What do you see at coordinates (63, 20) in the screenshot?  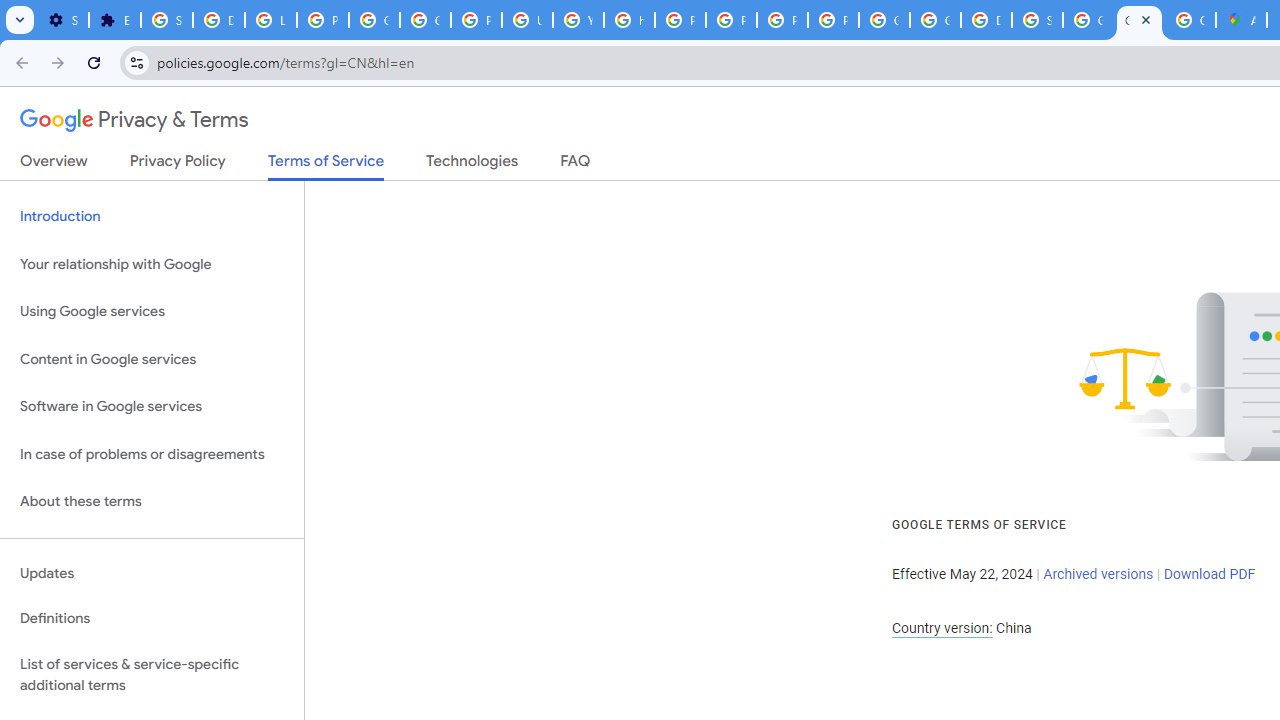 I see `'Settings - On startup'` at bounding box center [63, 20].